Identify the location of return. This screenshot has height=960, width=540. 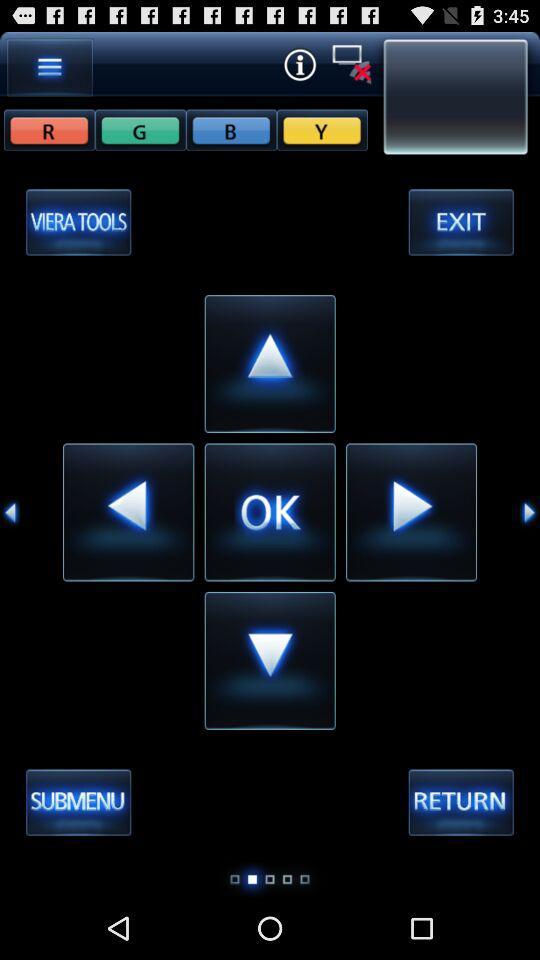
(461, 803).